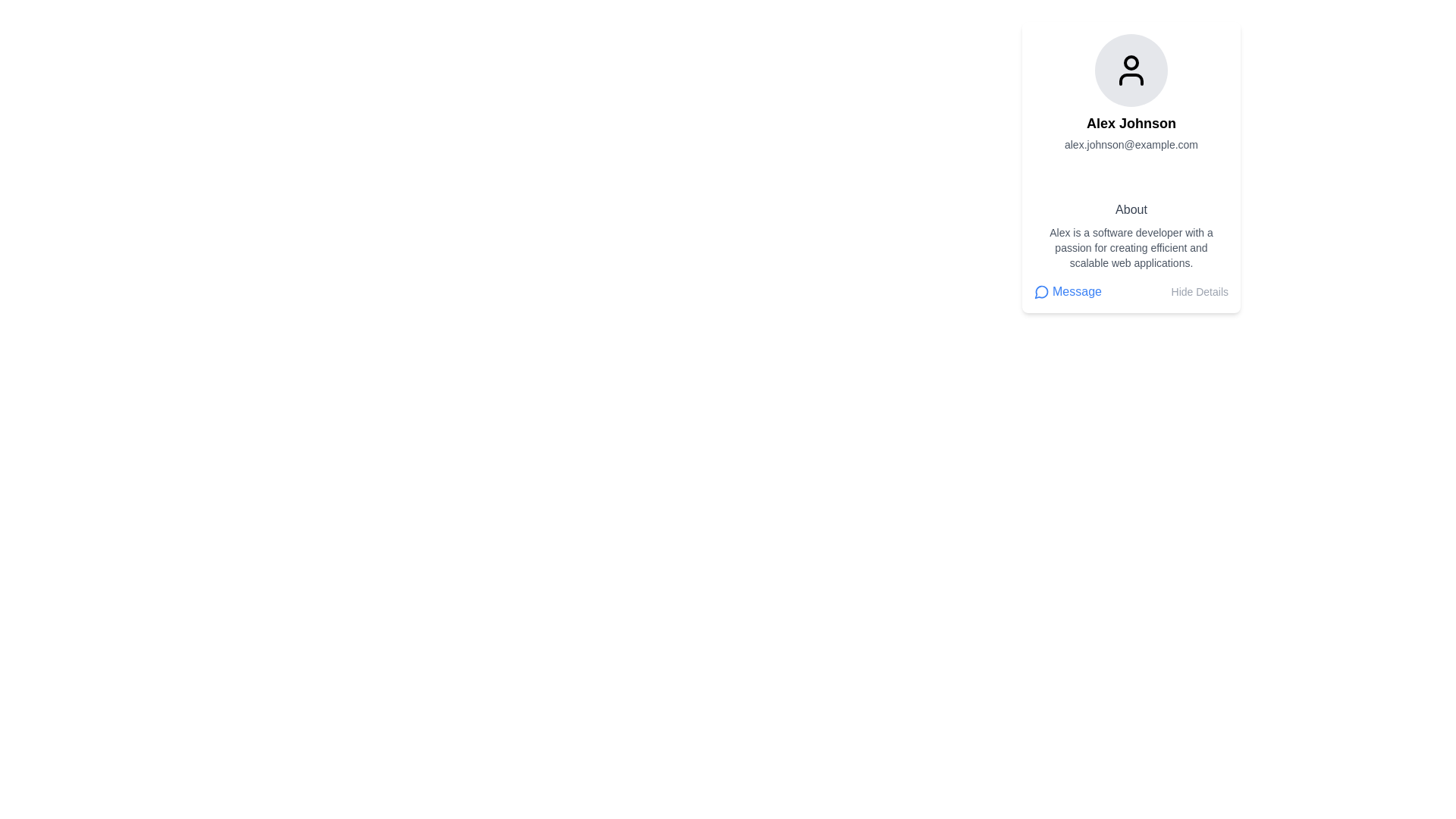 The image size is (1456, 819). I want to click on the user icon SVG element, which is a minimalist outline of a person, located at the upper center of the user profile card, so click(1131, 70).